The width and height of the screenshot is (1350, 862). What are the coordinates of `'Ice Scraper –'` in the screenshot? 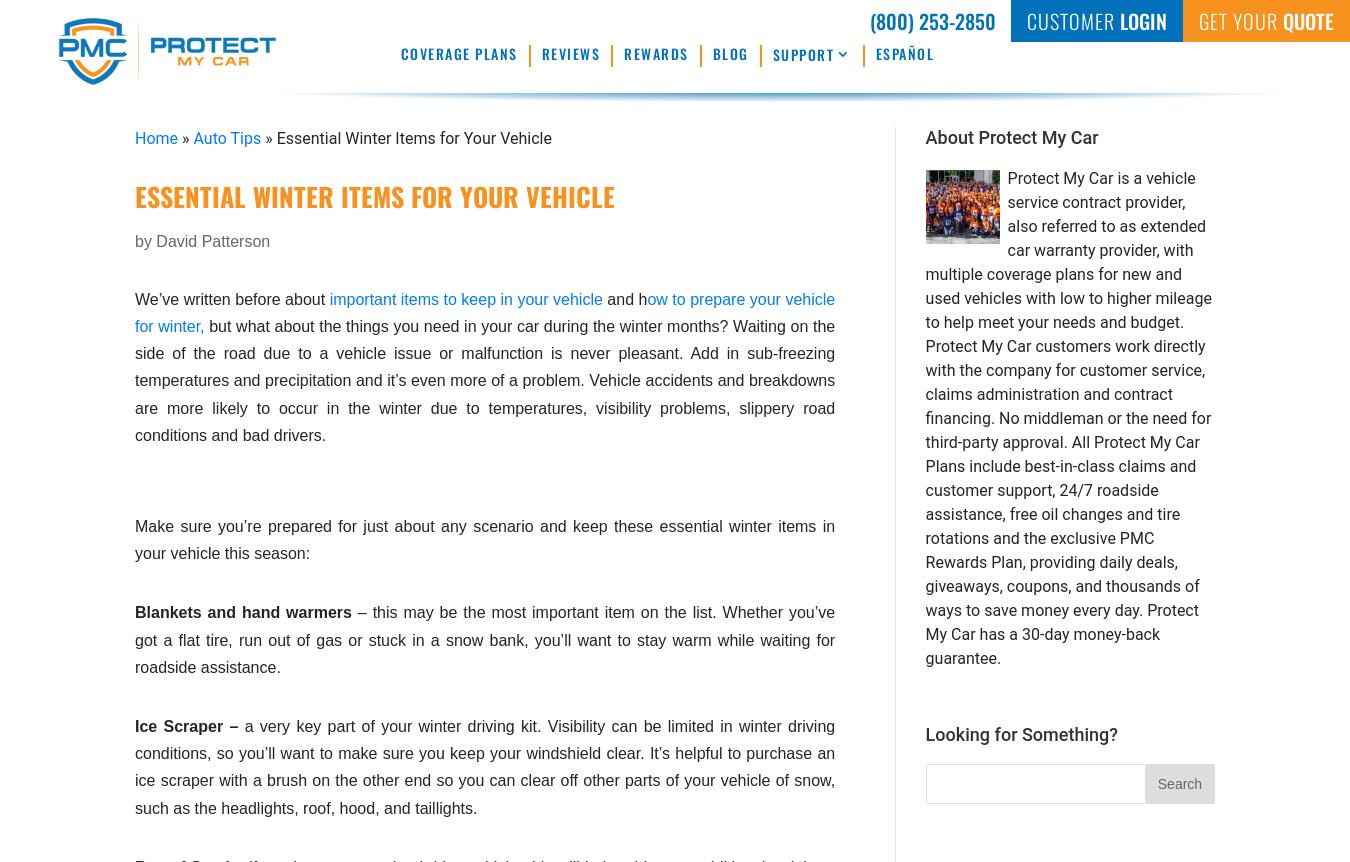 It's located at (189, 725).